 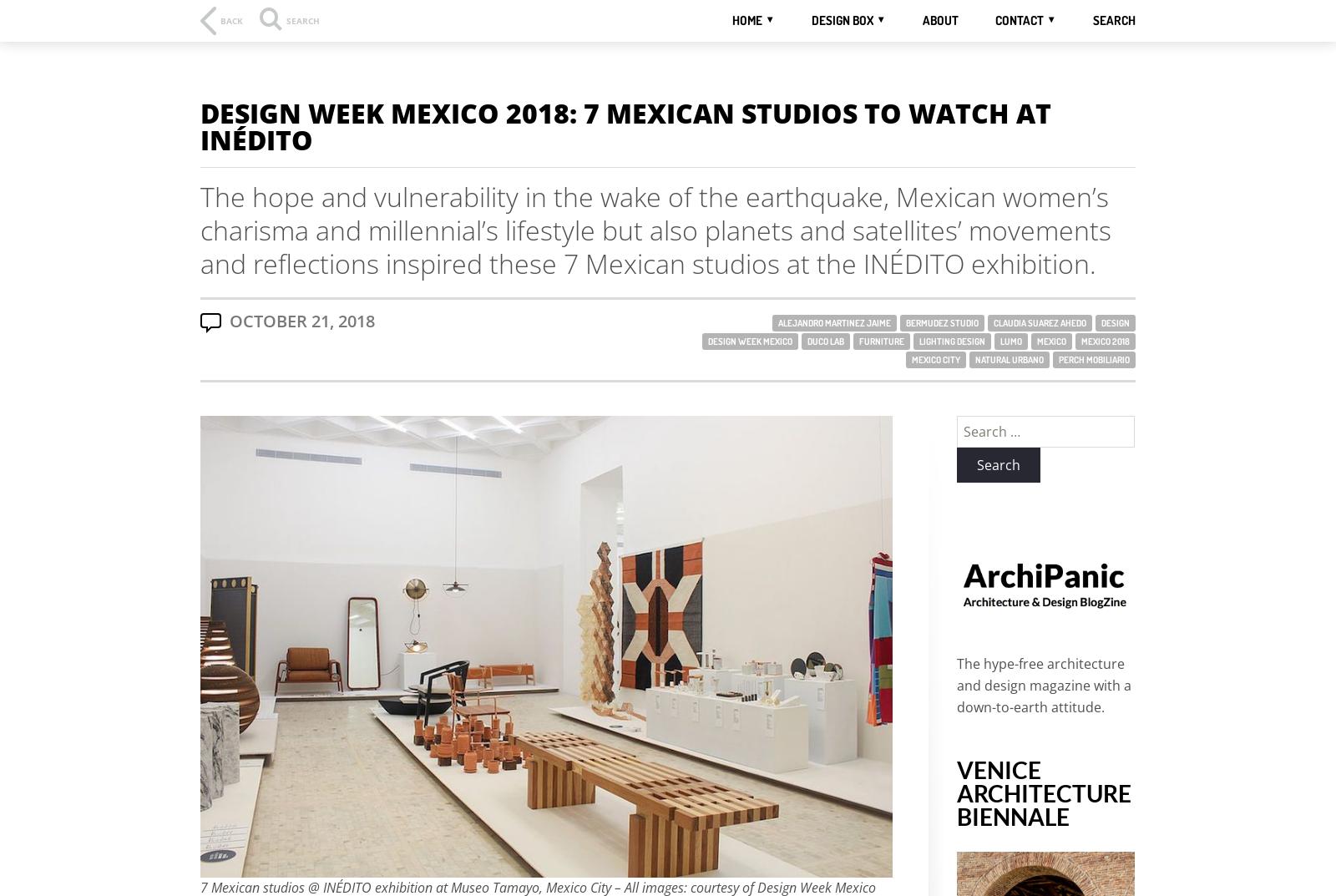 What do you see at coordinates (882, 341) in the screenshot?
I see `'furniture'` at bounding box center [882, 341].